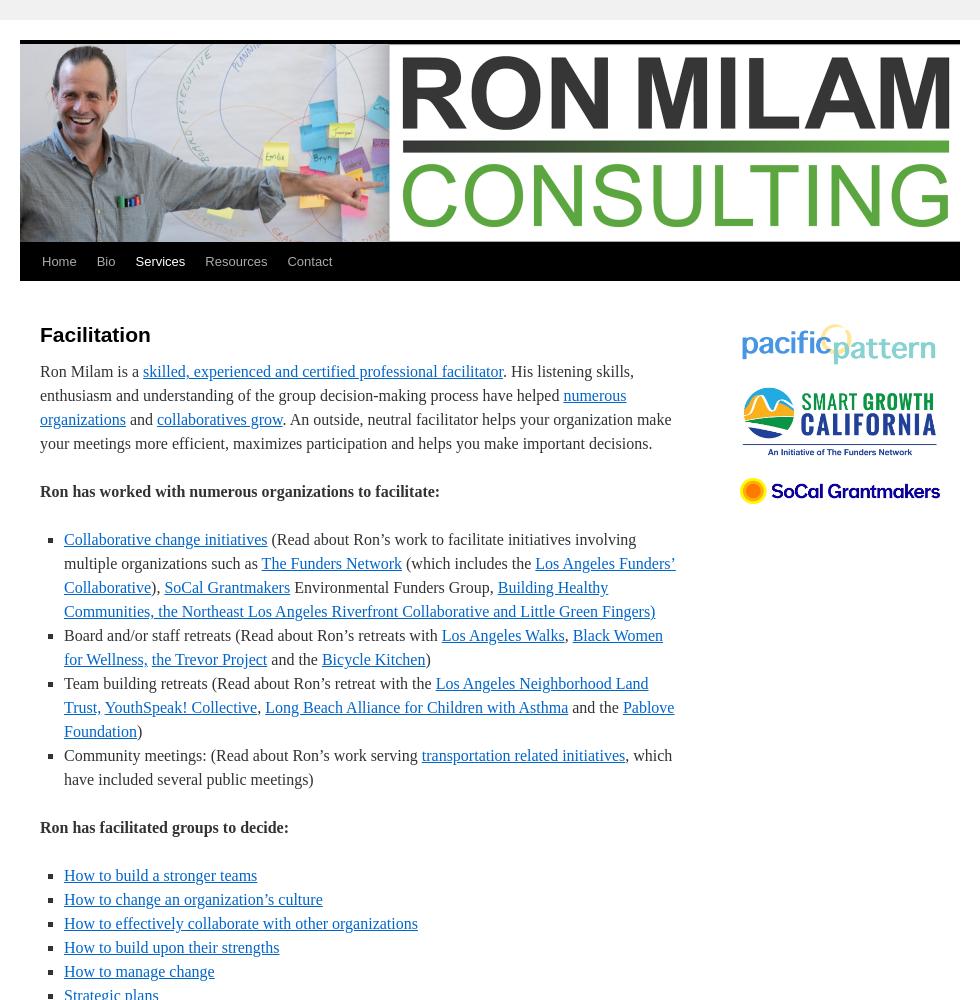 The image size is (980, 1000). I want to click on 'Environmental Funders Group,', so click(393, 586).